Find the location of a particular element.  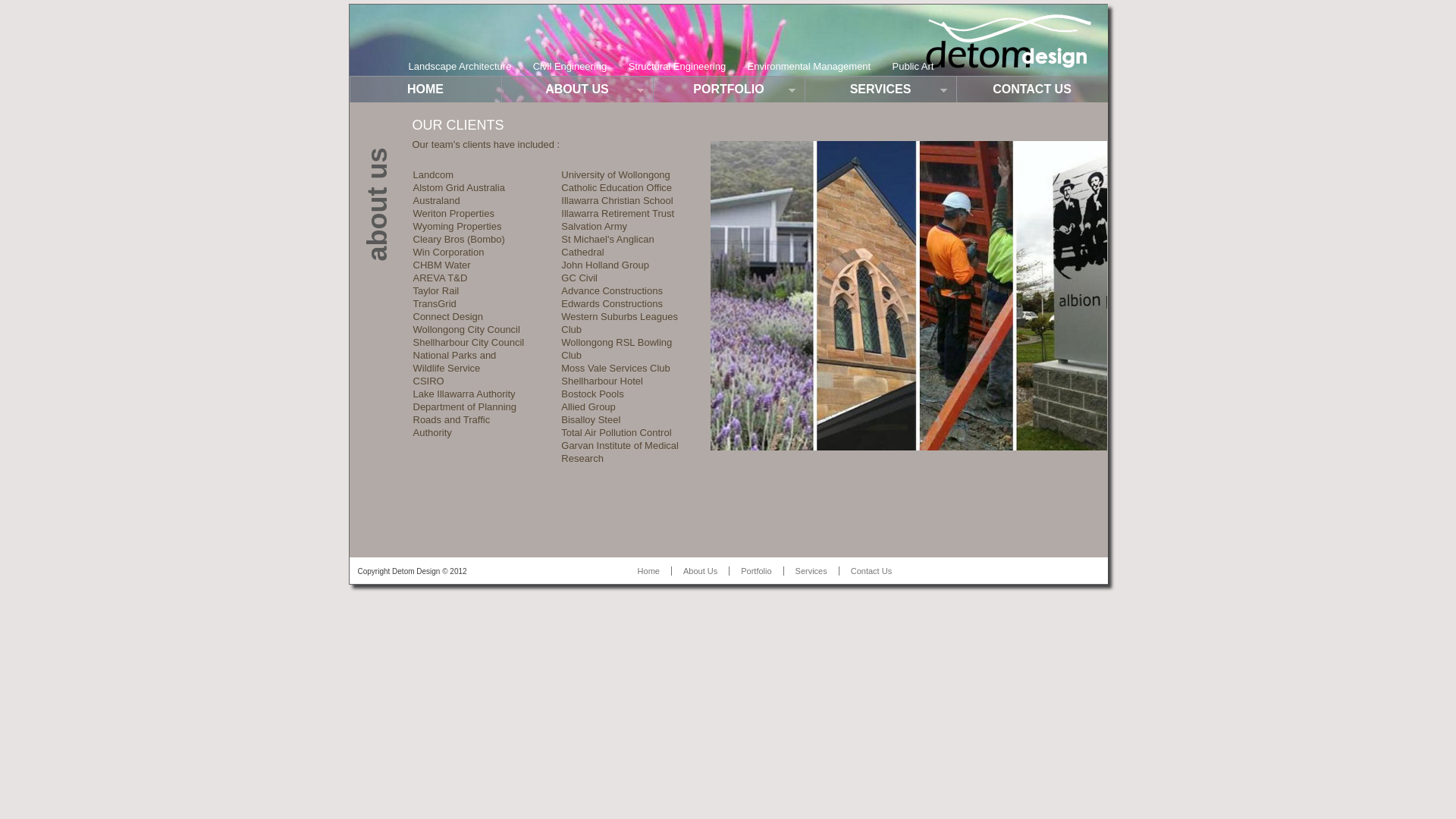

'Portfolio' is located at coordinates (728, 570).